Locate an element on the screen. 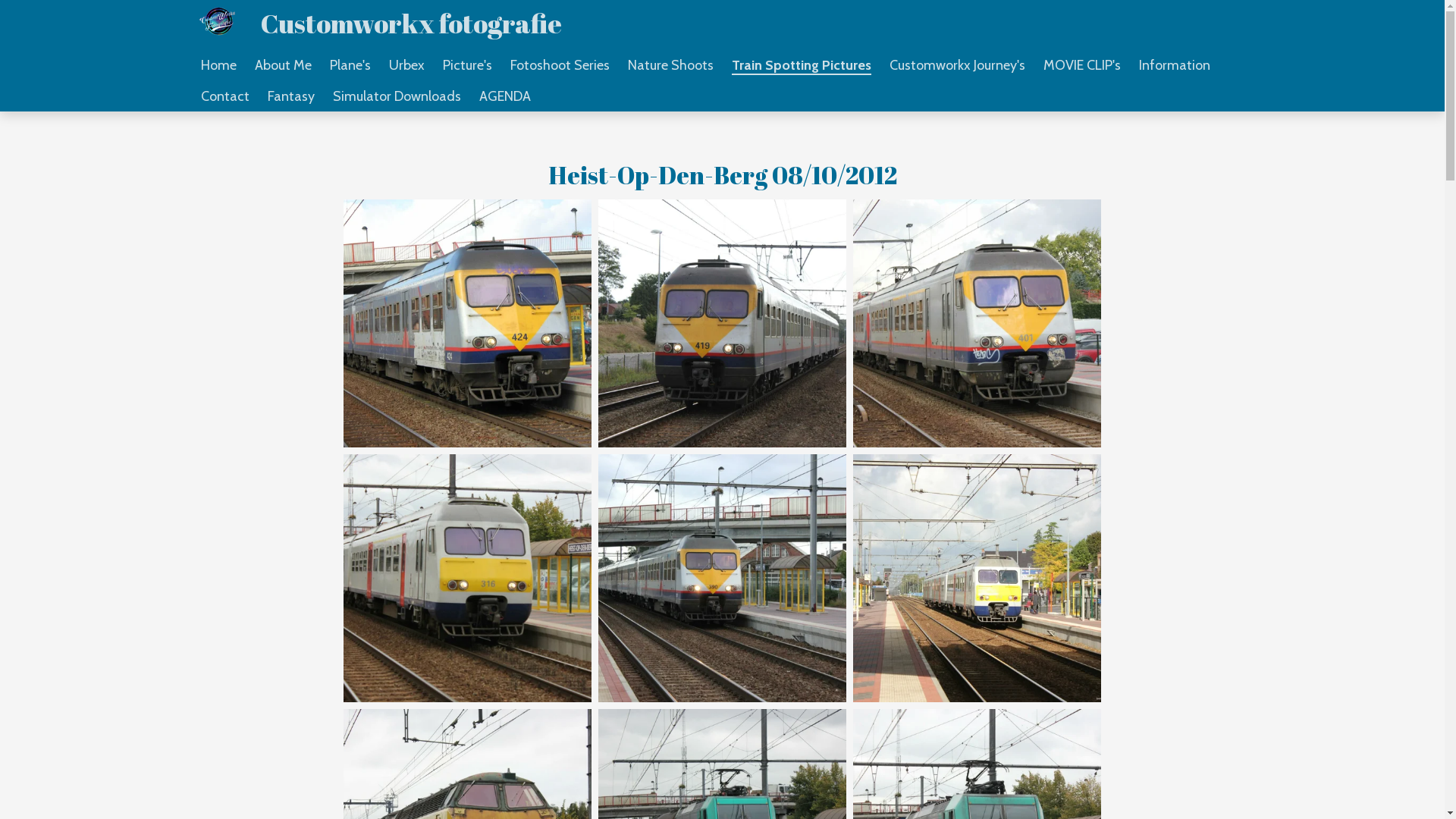  'Customworkx fotografie' is located at coordinates (411, 22).